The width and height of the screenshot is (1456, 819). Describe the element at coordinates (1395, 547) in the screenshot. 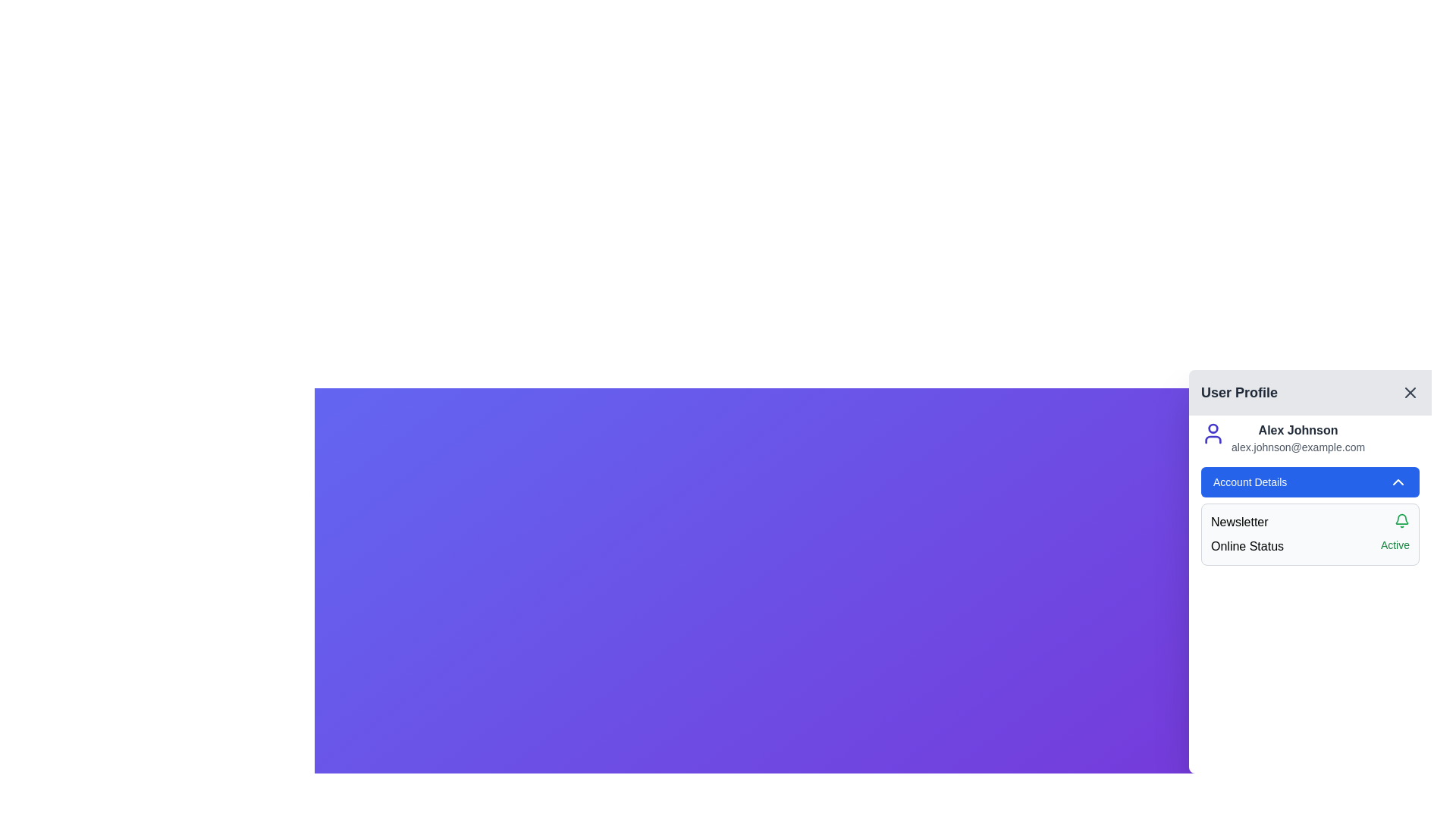

I see `the static text label indicating the user's online status in the 'User Profile' panel, located at the bottom-right corner of the 'Online Status' row` at that location.